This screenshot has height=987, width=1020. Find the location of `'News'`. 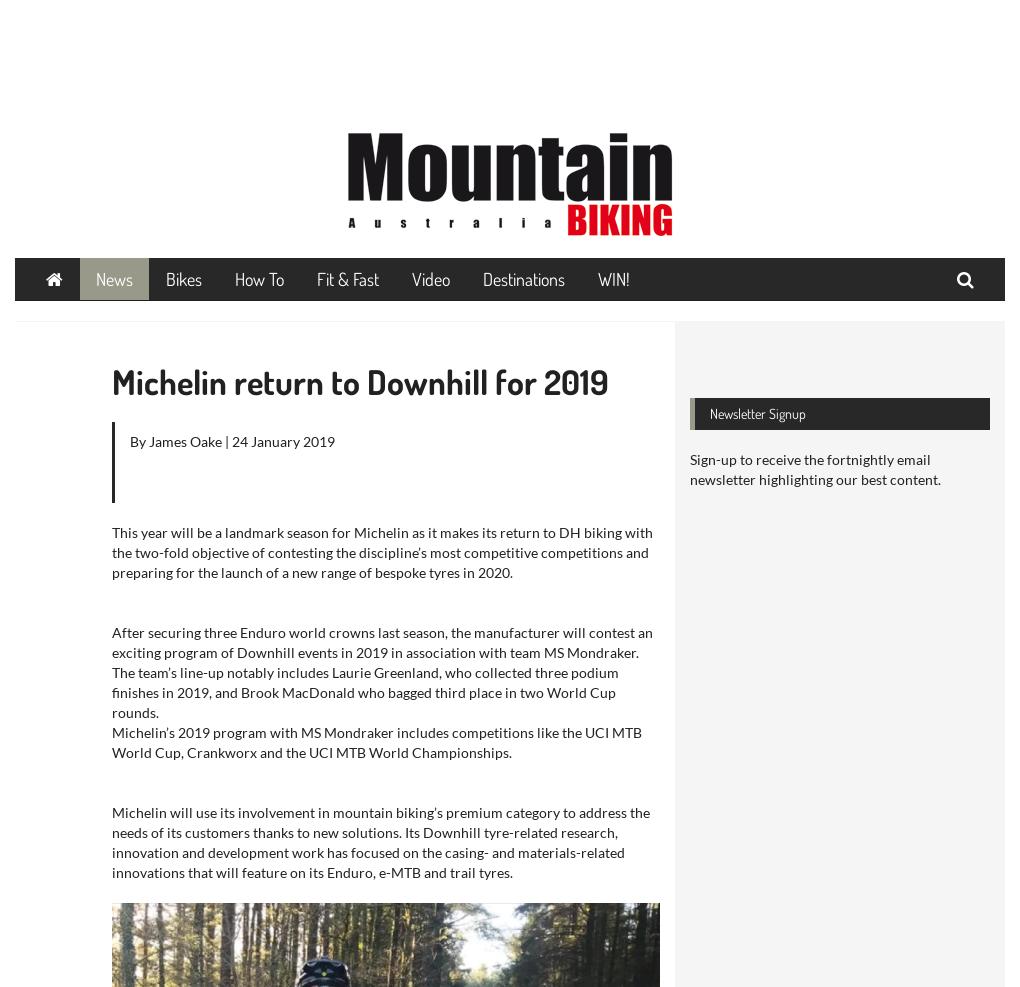

'News' is located at coordinates (113, 279).